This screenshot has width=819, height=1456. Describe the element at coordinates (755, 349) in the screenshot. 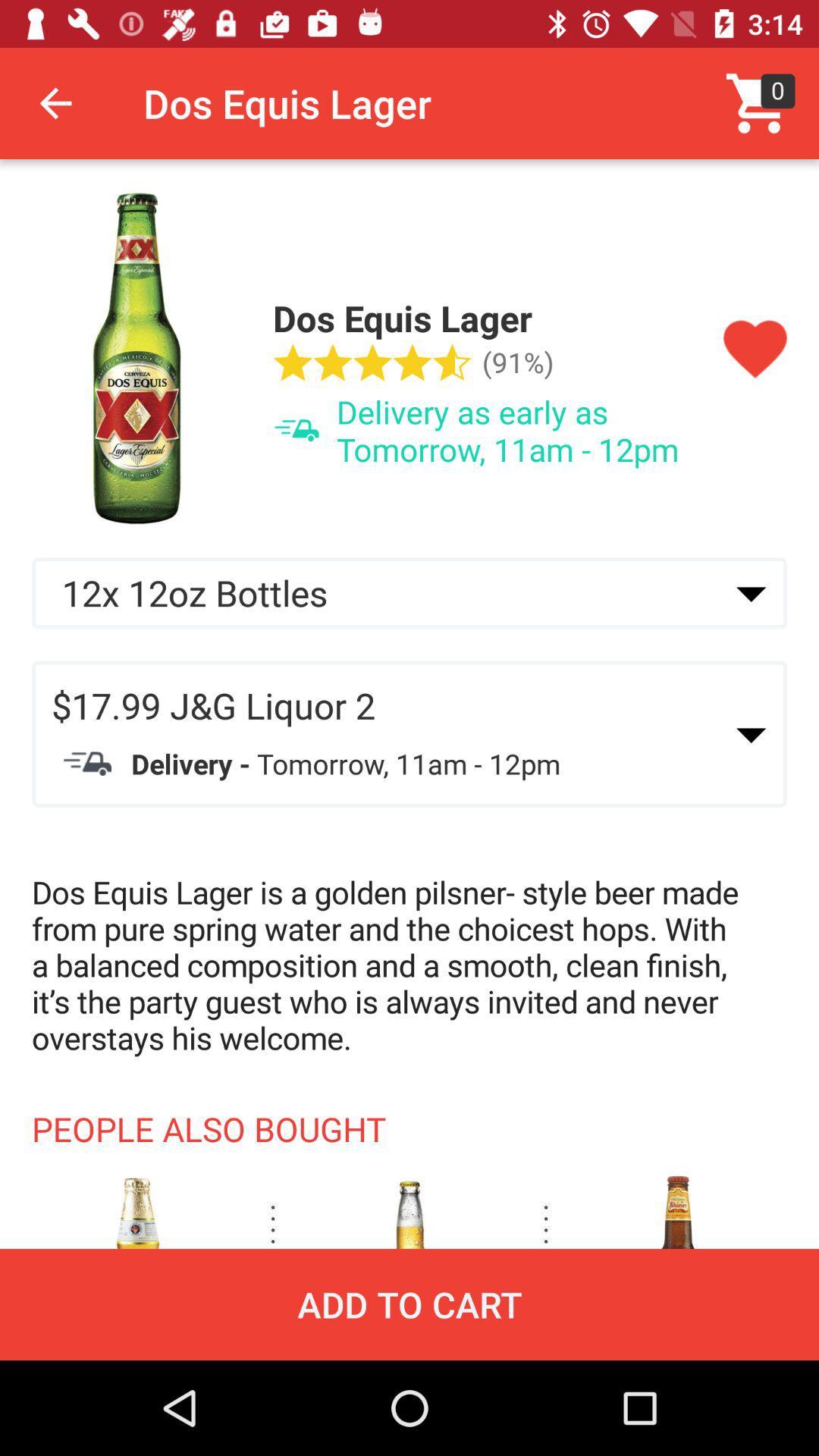

I see `like this item` at that location.